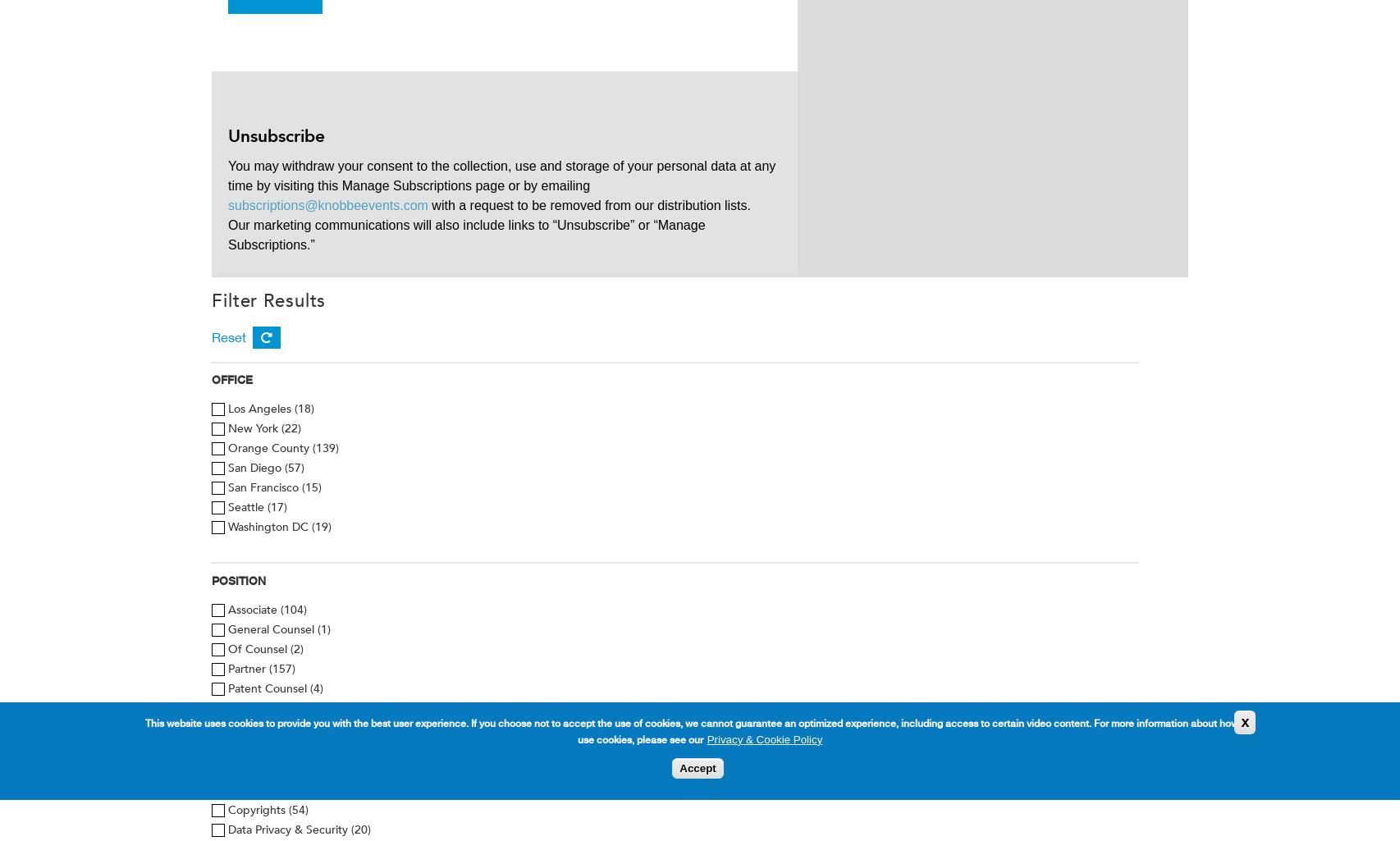  What do you see at coordinates (1243, 721) in the screenshot?
I see `'x'` at bounding box center [1243, 721].